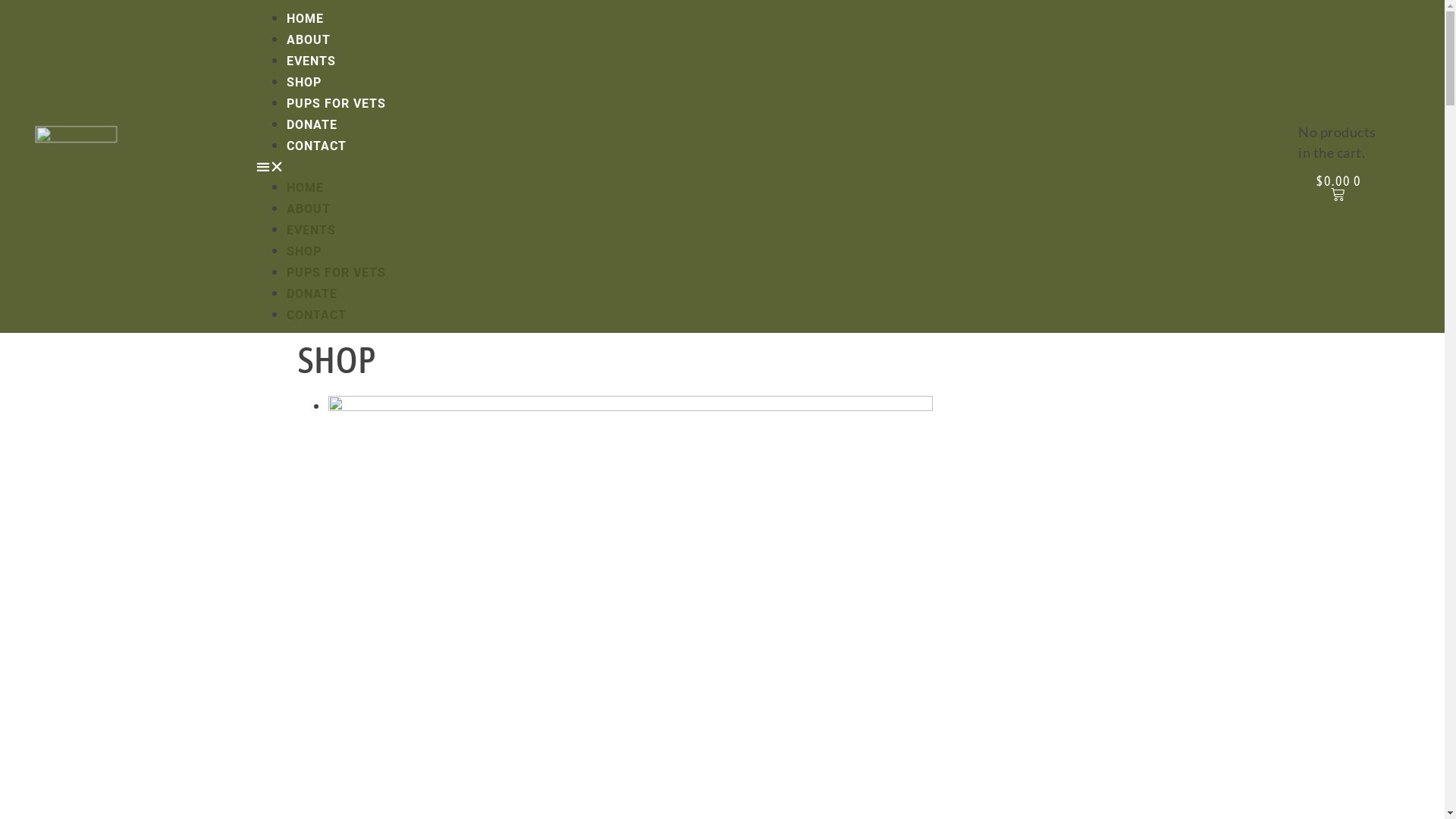  Describe the element at coordinates (304, 187) in the screenshot. I see `'HOME'` at that location.